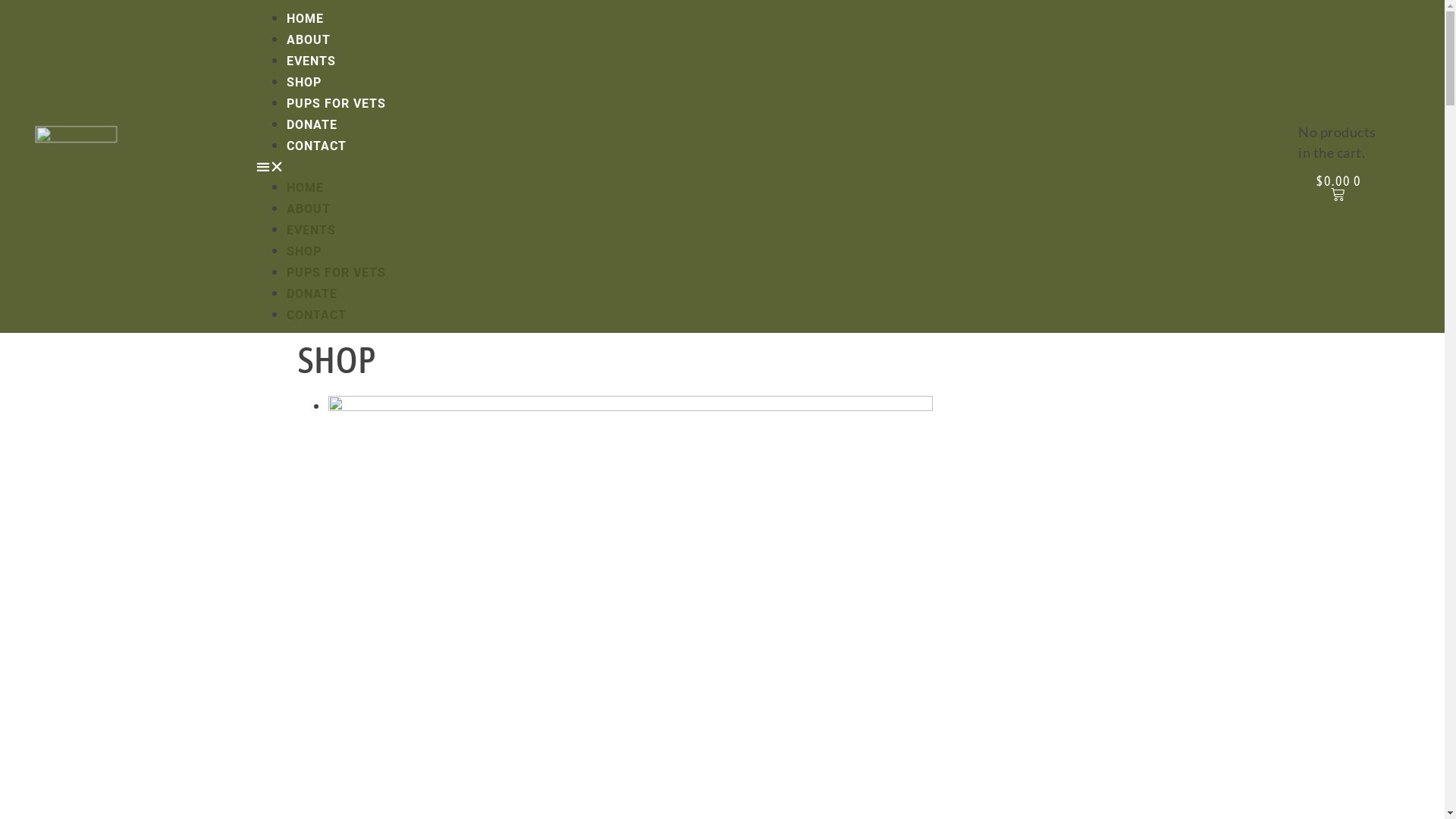  Describe the element at coordinates (304, 187) in the screenshot. I see `'HOME'` at that location.